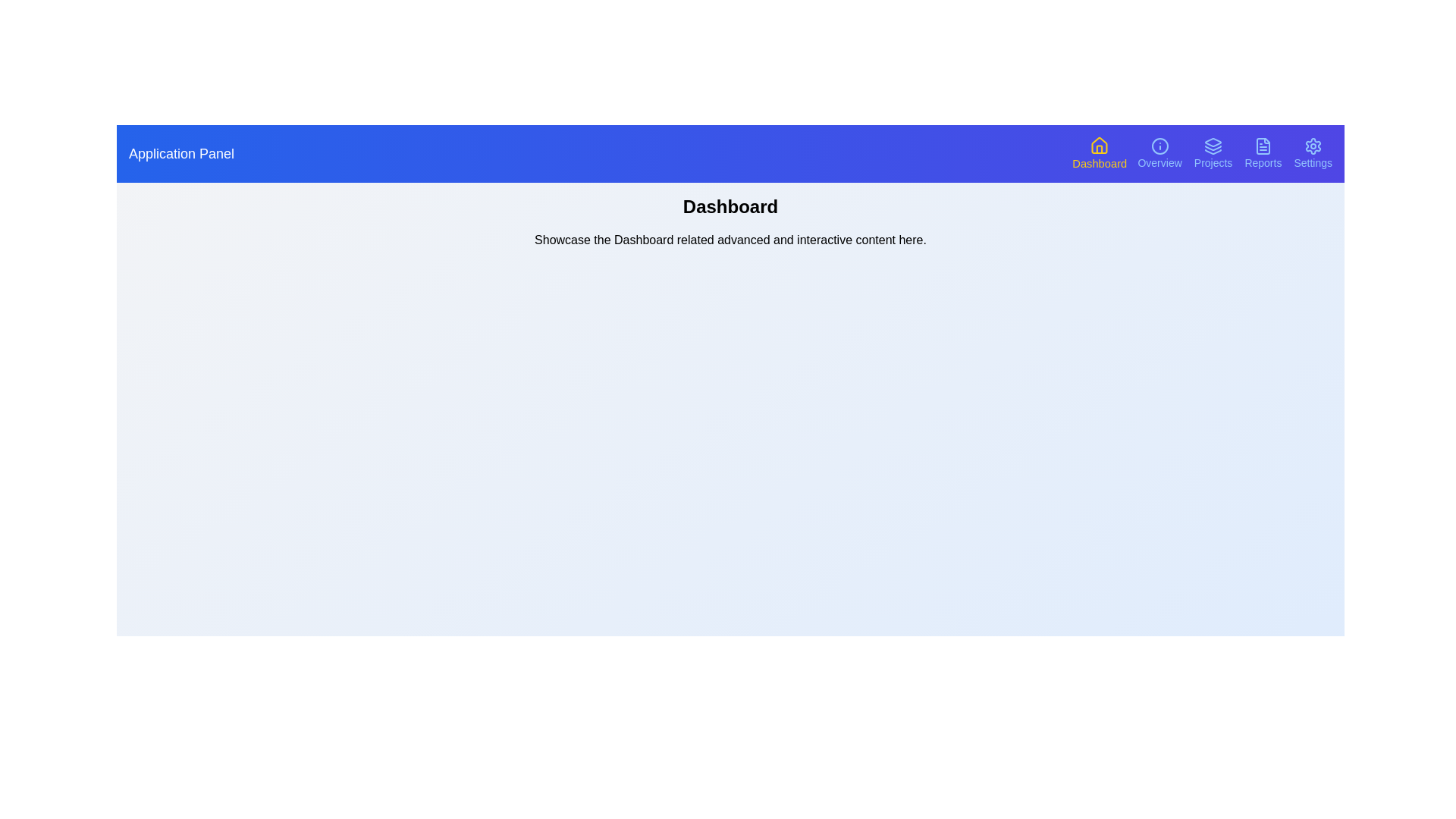 Image resolution: width=1456 pixels, height=819 pixels. I want to click on the navigation button corresponding to Settings, so click(1312, 154).